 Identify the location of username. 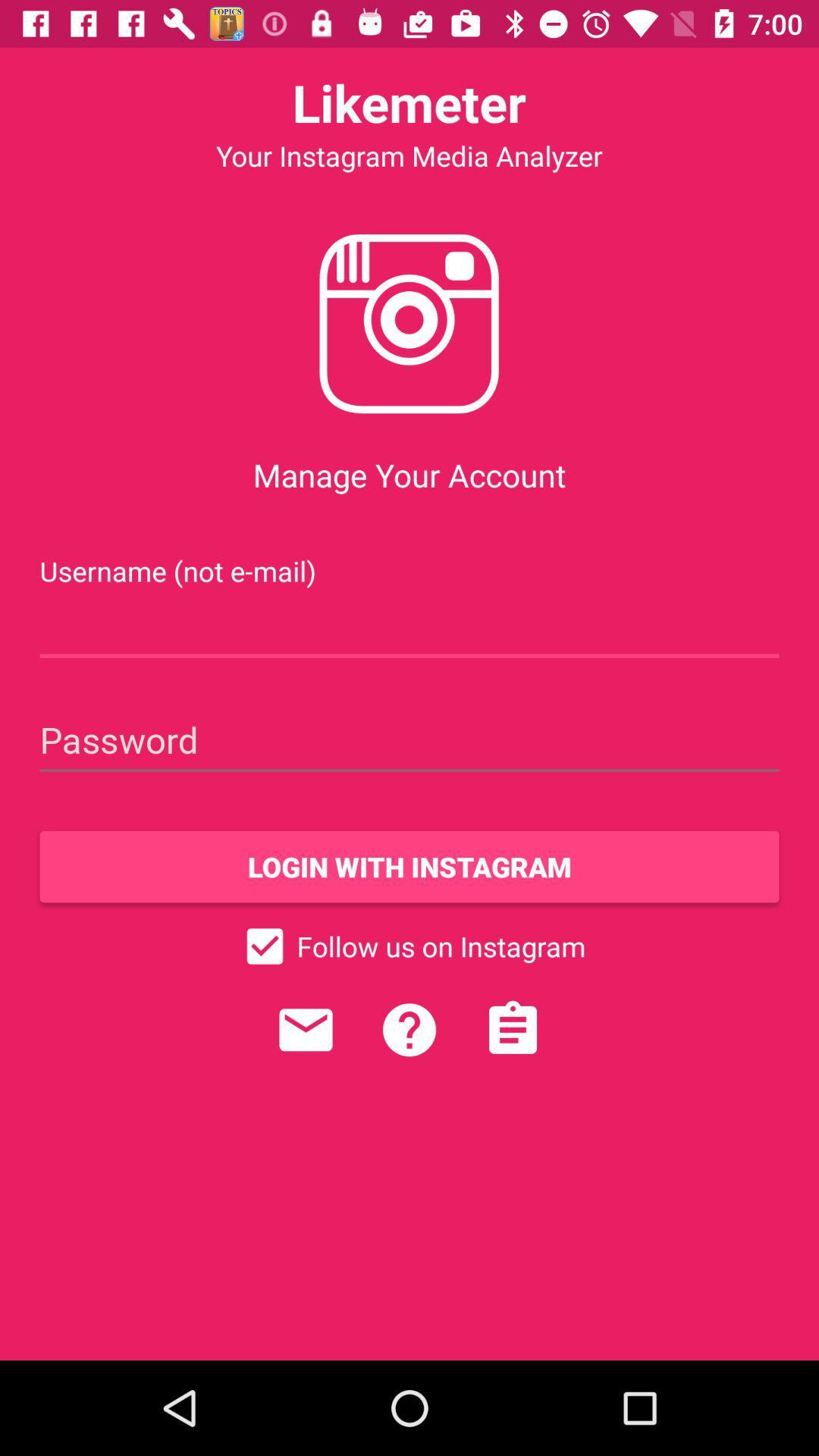
(409, 626).